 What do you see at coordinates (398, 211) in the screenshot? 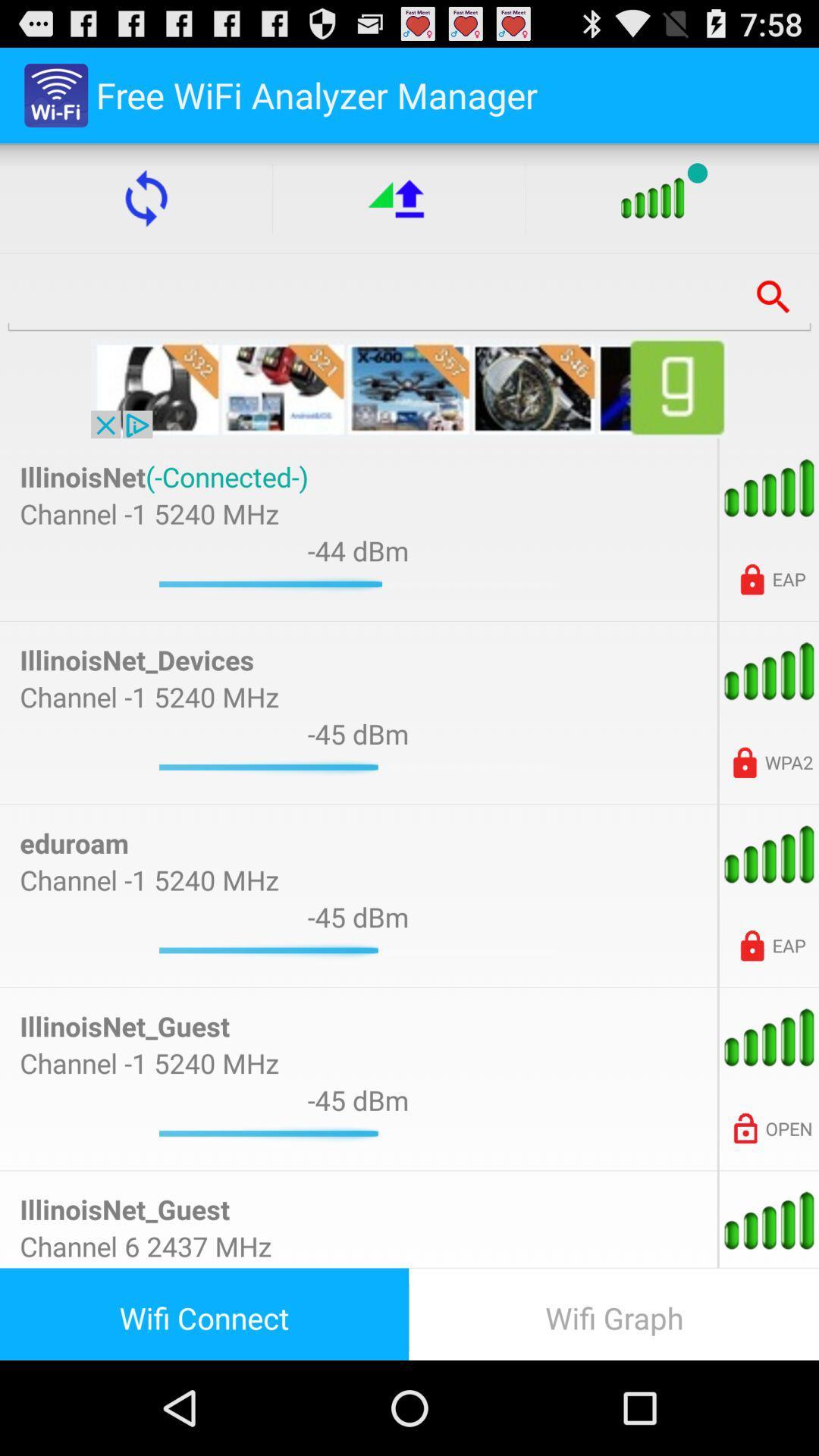
I see `the arrow_upward icon` at bounding box center [398, 211].